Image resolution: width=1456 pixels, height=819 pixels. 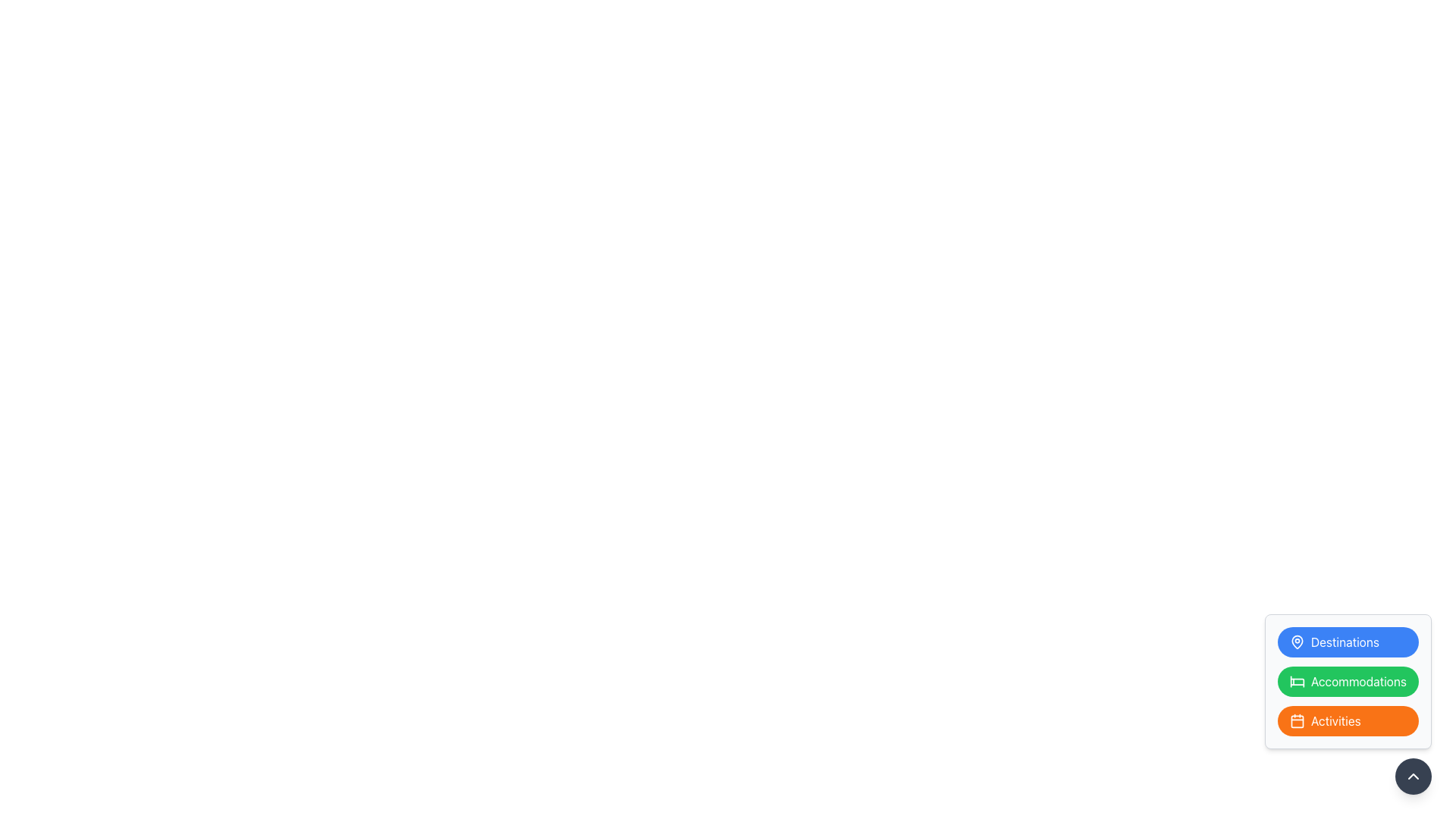 I want to click on the chevron icon located in the bottom-right corner of the circular button to trigger the tooltip or animation, so click(x=1412, y=776).